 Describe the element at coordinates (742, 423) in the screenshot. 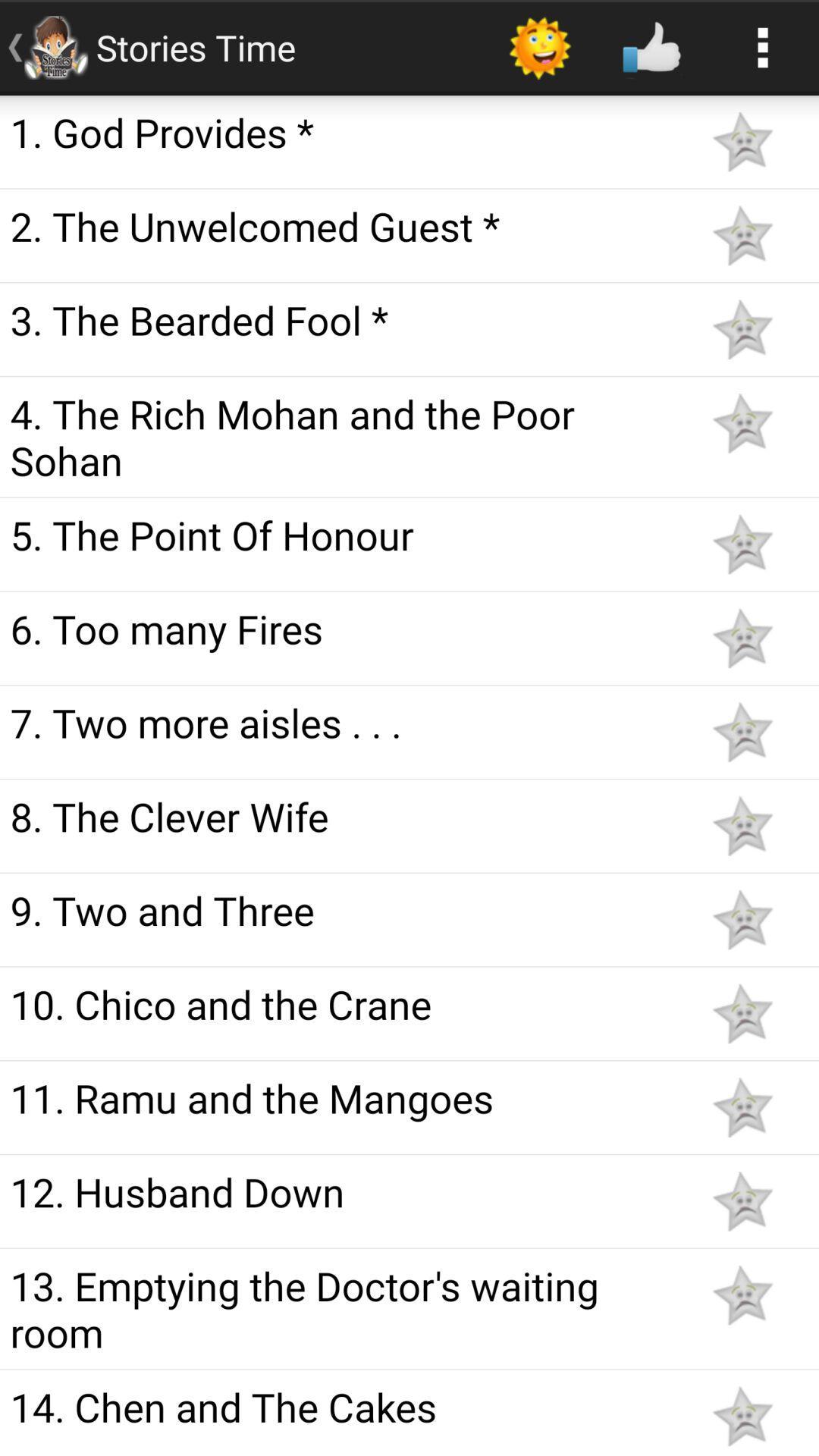

I see `bookmark` at that location.